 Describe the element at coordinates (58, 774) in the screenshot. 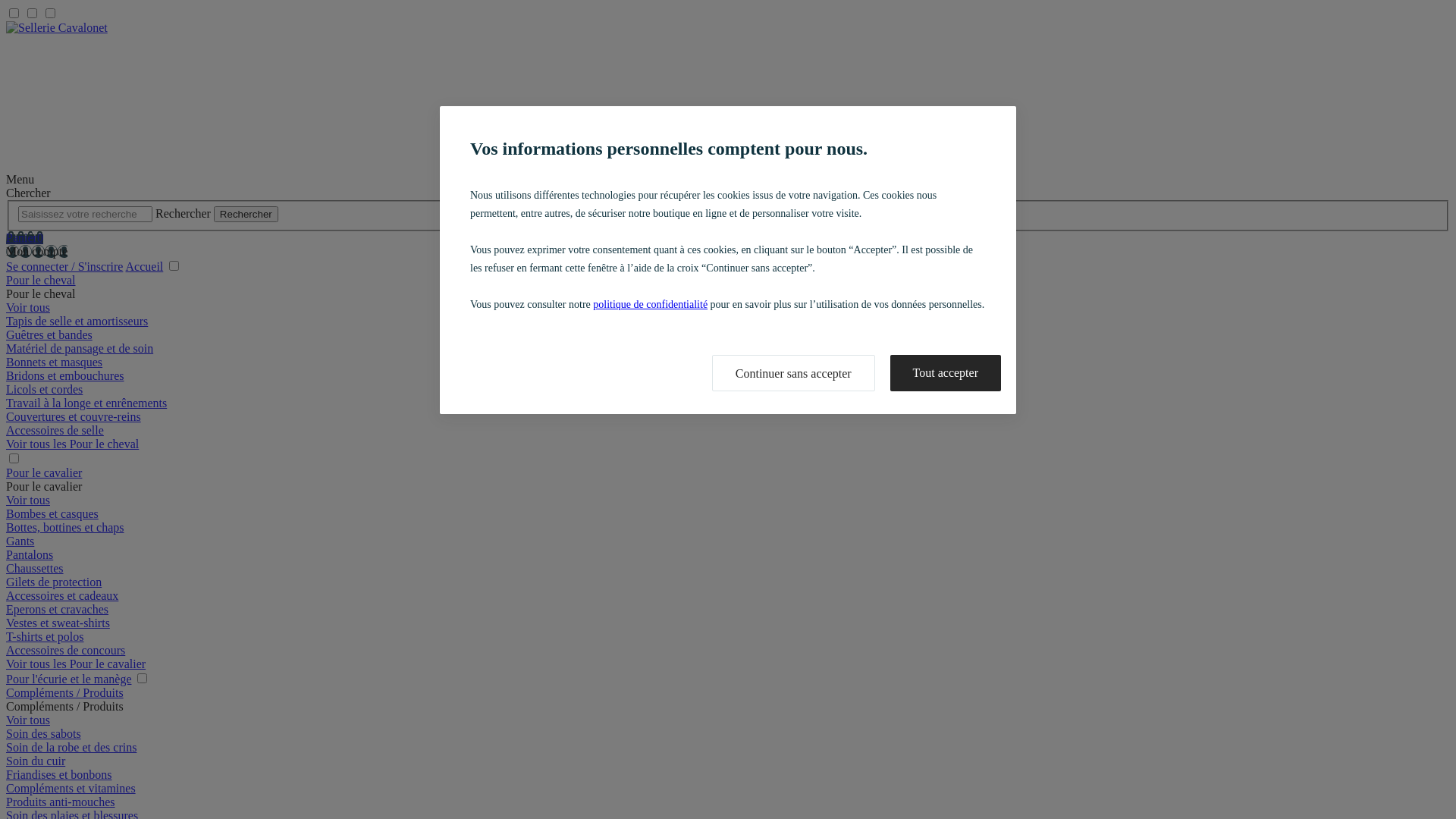

I see `'Friandises et bonbons'` at that location.